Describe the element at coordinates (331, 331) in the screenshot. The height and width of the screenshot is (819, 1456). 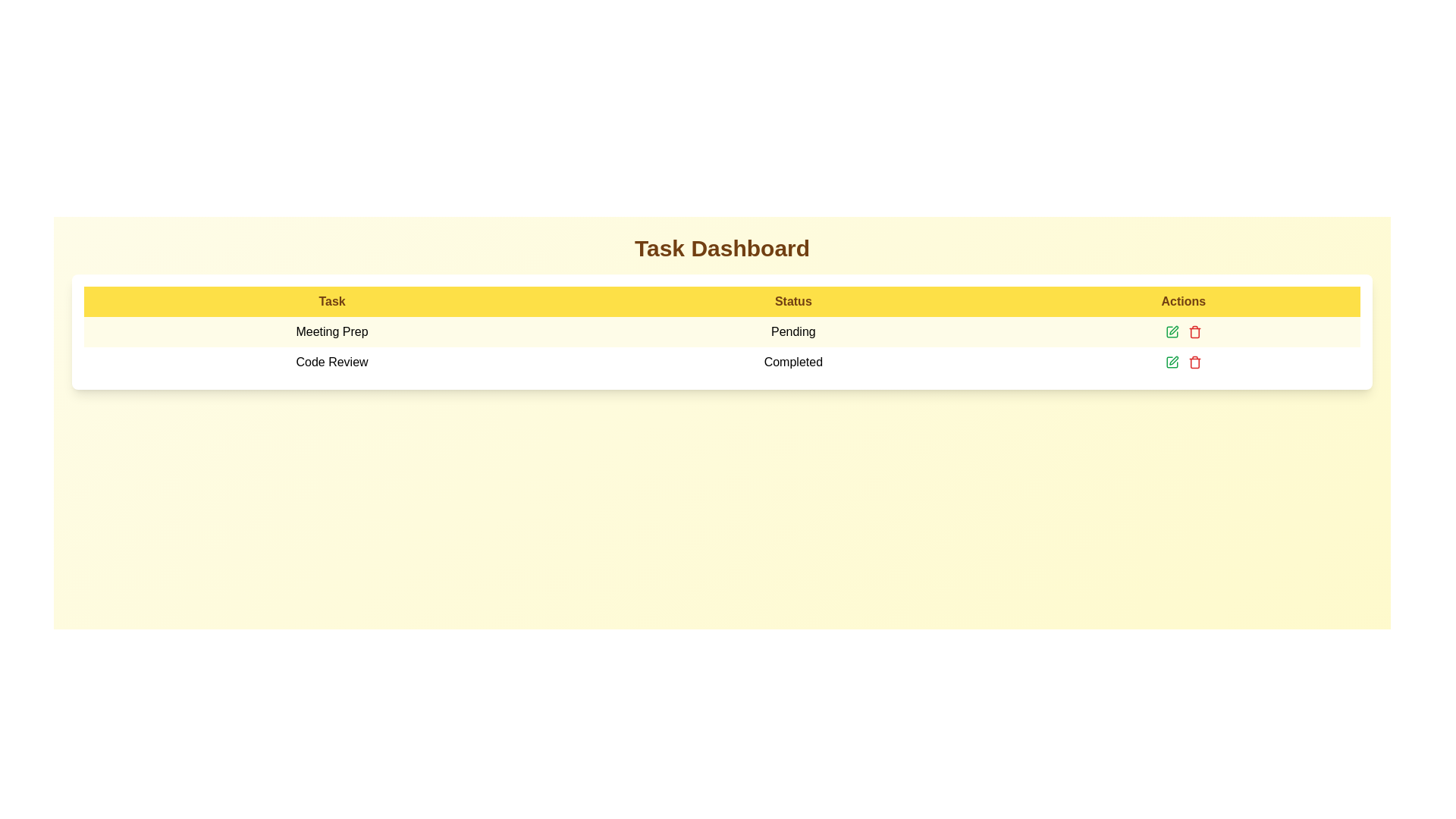
I see `text displayed in the 'Meeting Prep' label, which is the first element in the task list under the 'Task' header` at that location.